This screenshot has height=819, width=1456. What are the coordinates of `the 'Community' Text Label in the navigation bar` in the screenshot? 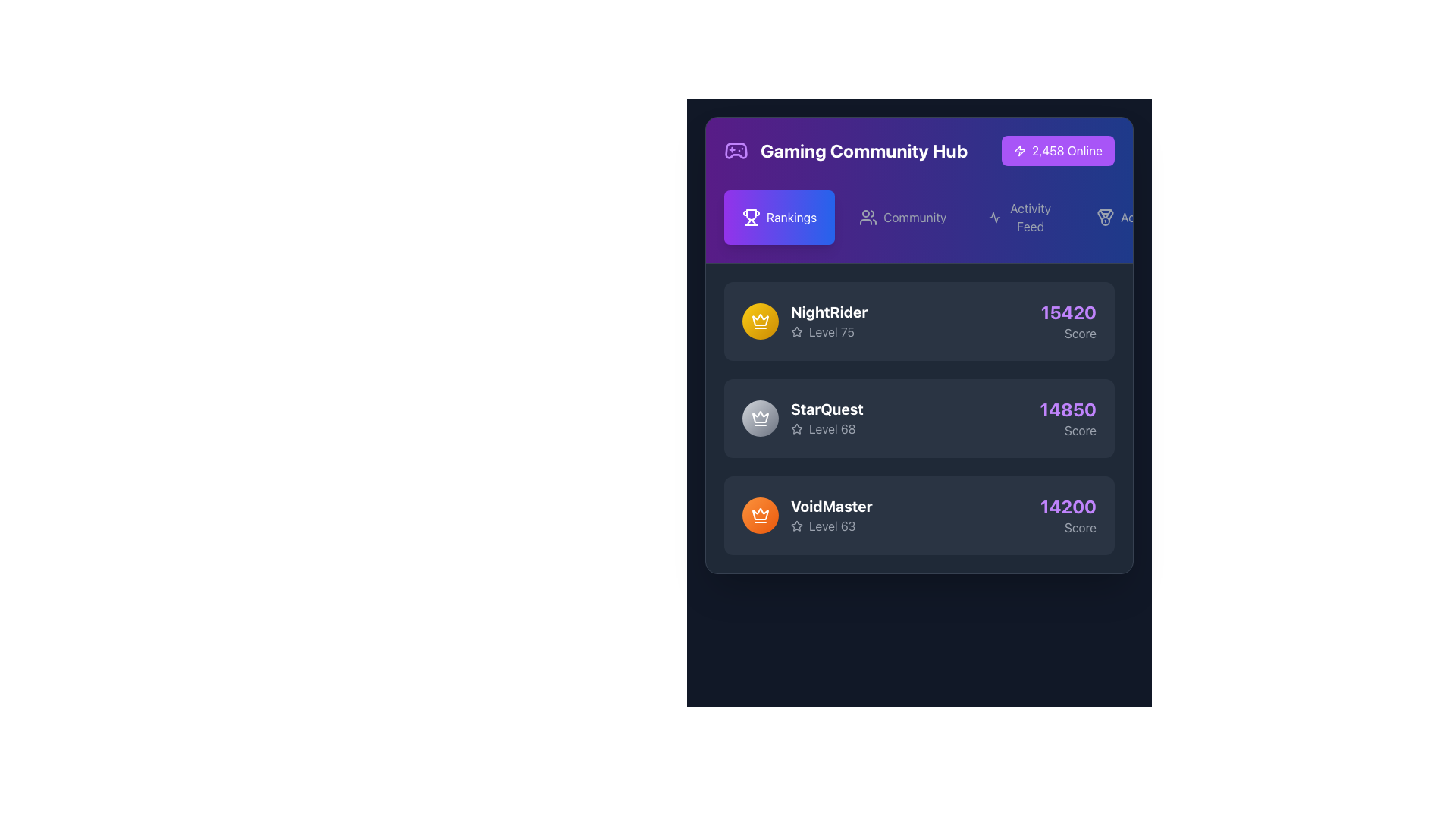 It's located at (914, 217).